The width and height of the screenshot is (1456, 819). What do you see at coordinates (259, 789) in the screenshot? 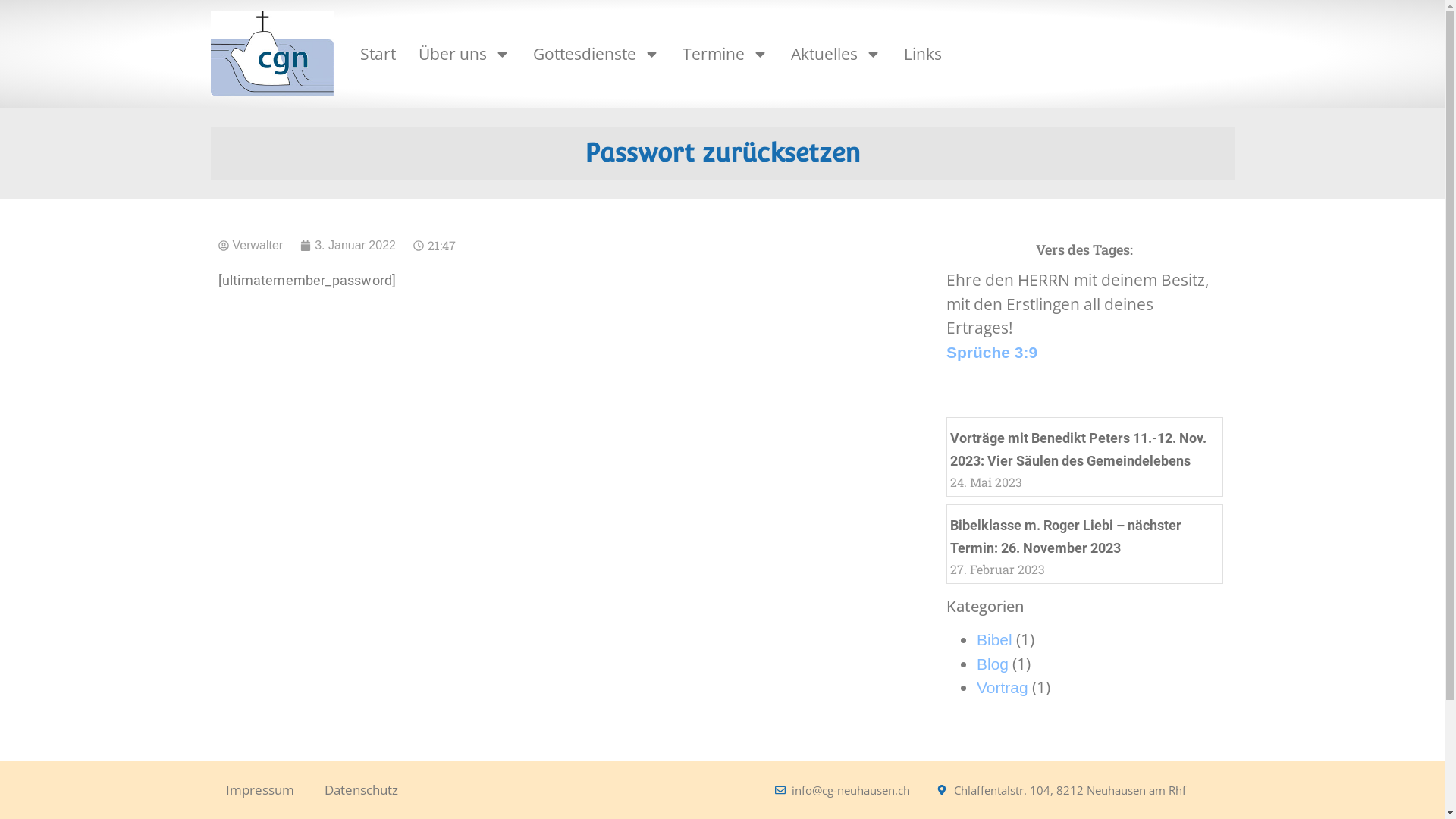
I see `'Impressum'` at bounding box center [259, 789].